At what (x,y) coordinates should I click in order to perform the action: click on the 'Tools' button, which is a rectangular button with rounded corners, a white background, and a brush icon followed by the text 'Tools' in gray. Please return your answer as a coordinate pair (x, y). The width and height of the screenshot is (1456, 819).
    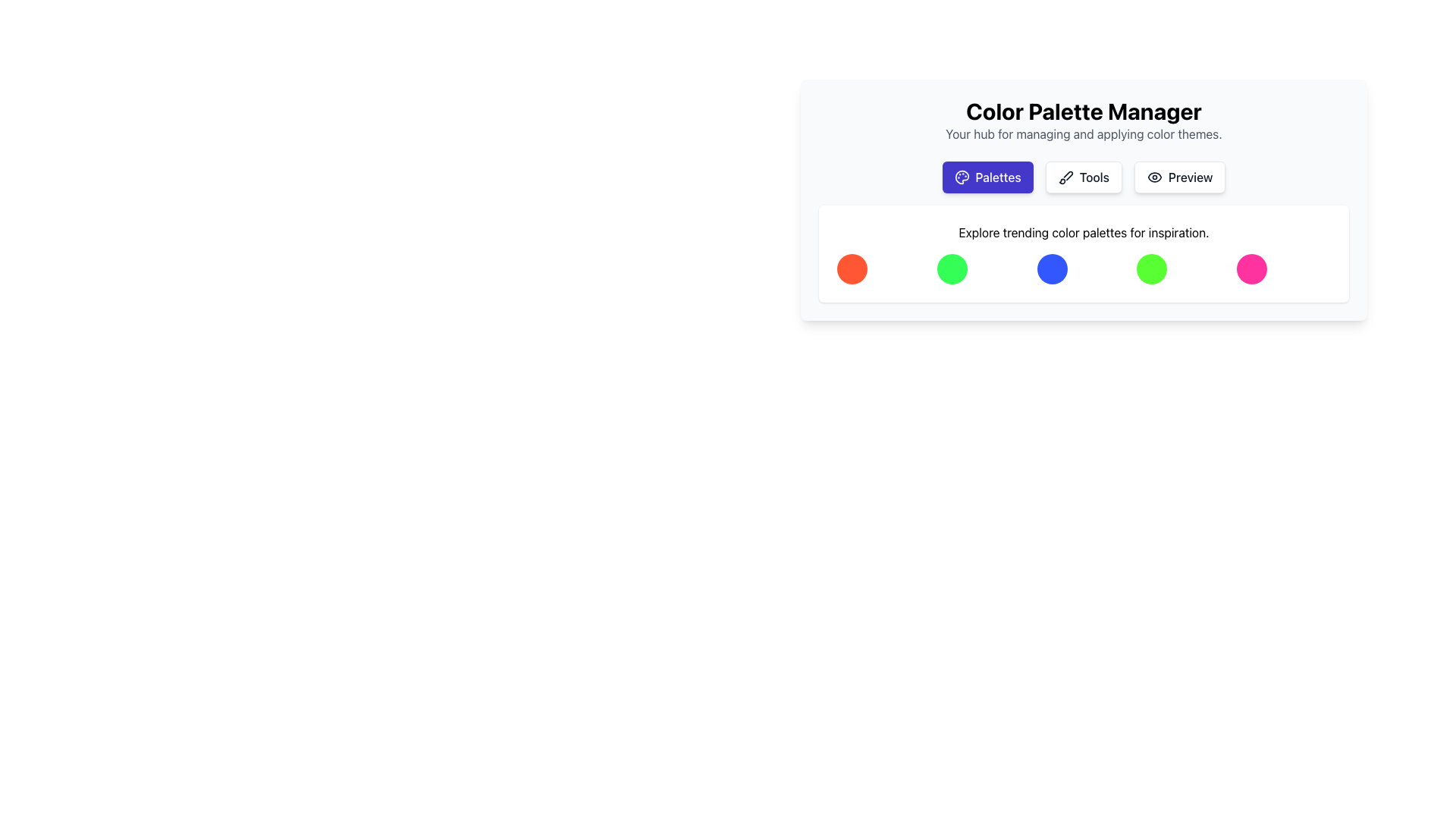
    Looking at the image, I should click on (1083, 177).